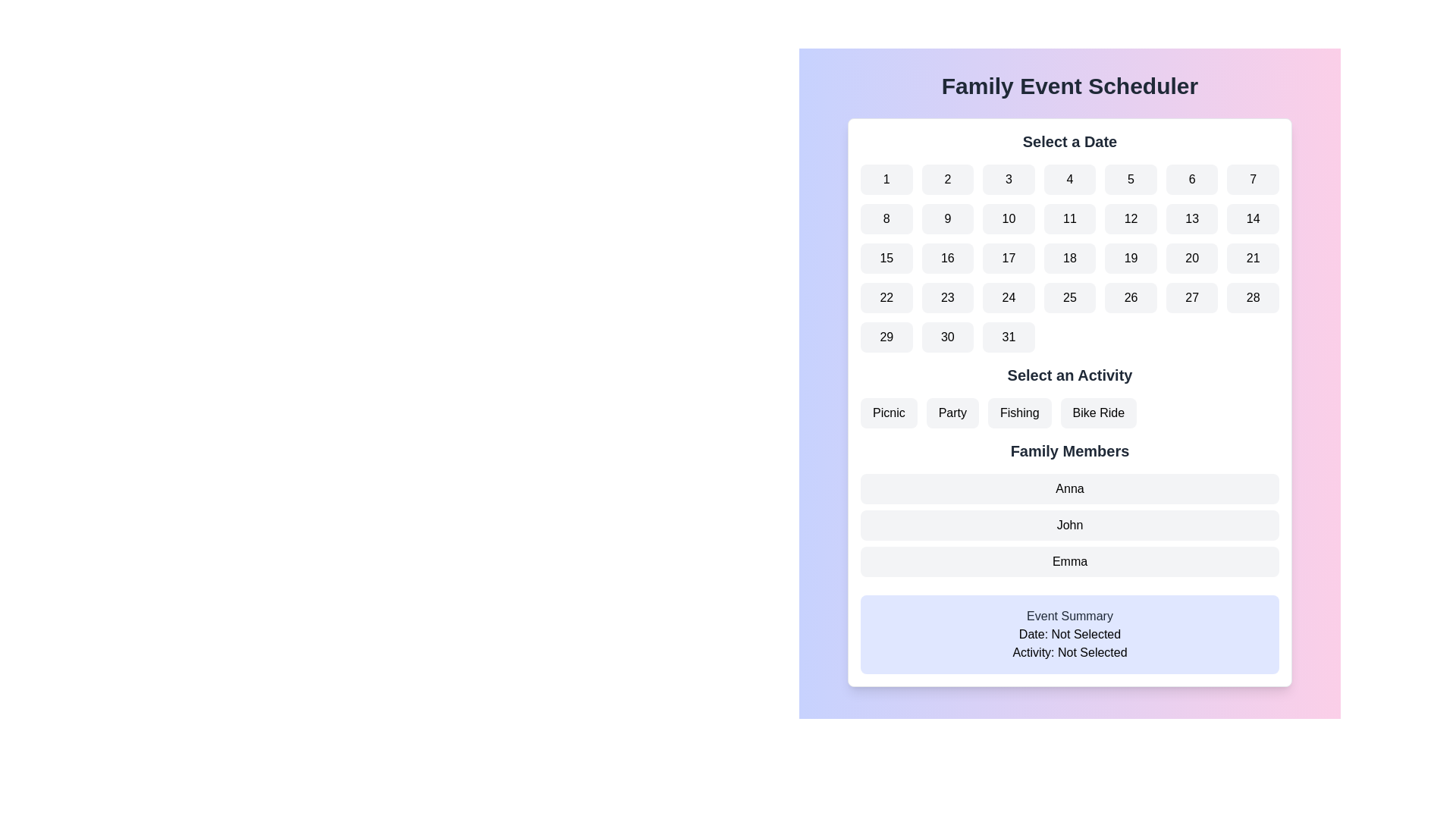 This screenshot has width=1456, height=819. What do you see at coordinates (952, 413) in the screenshot?
I see `the 'Party' button, which is the second button in a row under the header 'Select an Activity'` at bounding box center [952, 413].